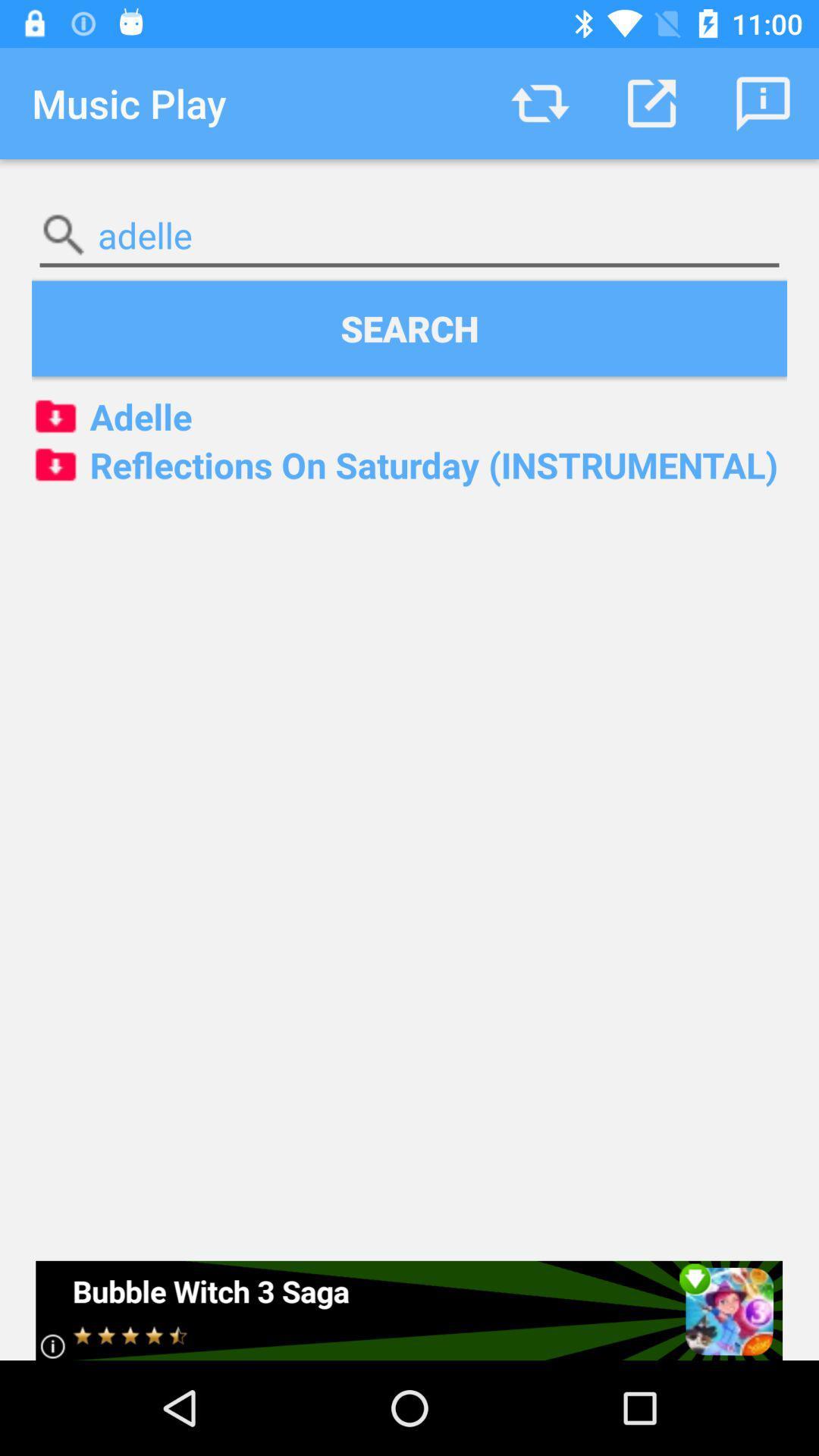 This screenshot has height=1456, width=819. I want to click on icon above adelle icon, so click(651, 102).